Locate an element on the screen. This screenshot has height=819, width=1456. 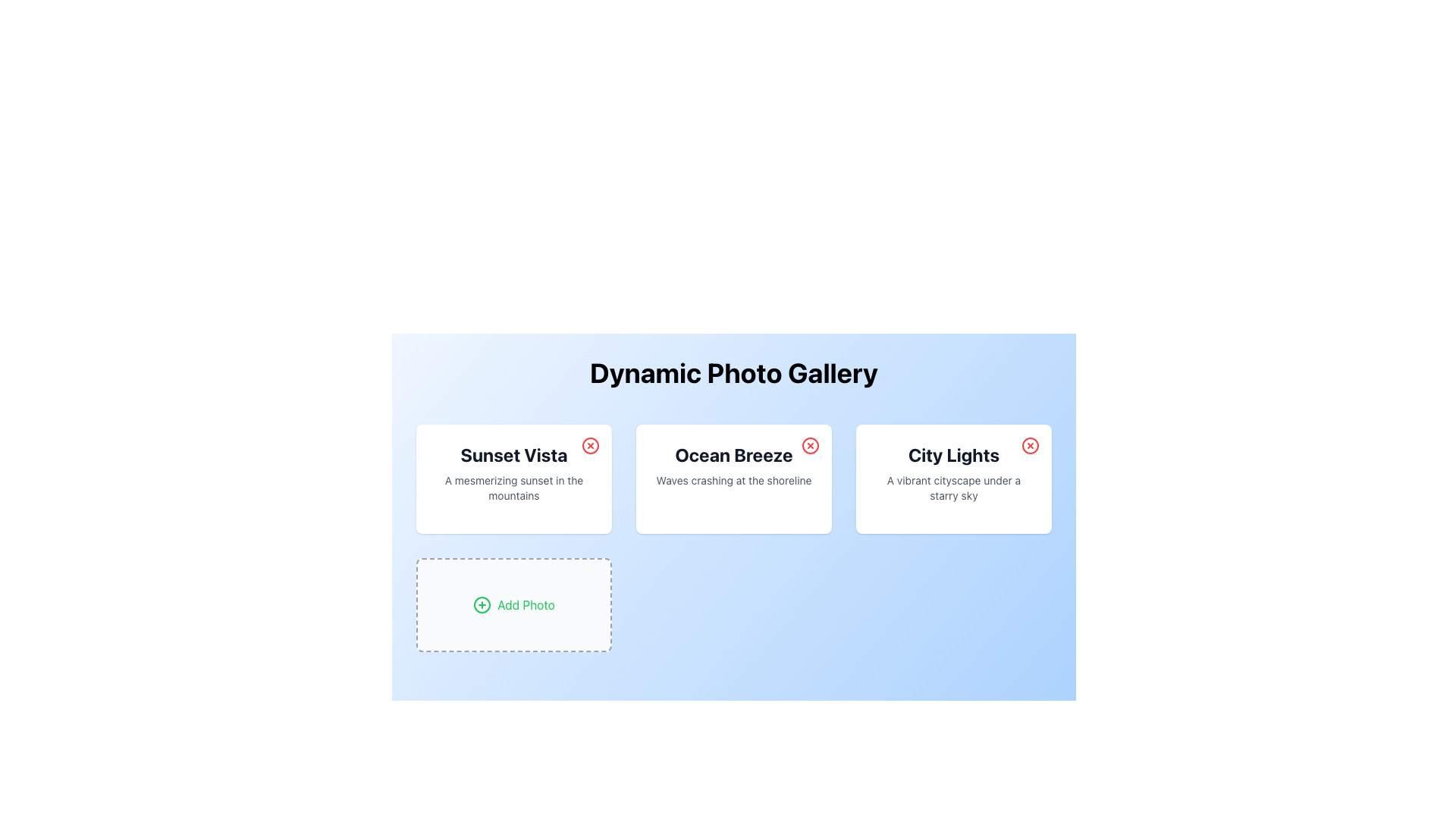
the small green-stroke circle inside the dashed-outlined box labeled 'Add Photo', located in the lower left quadrant of the interface is located at coordinates (482, 604).